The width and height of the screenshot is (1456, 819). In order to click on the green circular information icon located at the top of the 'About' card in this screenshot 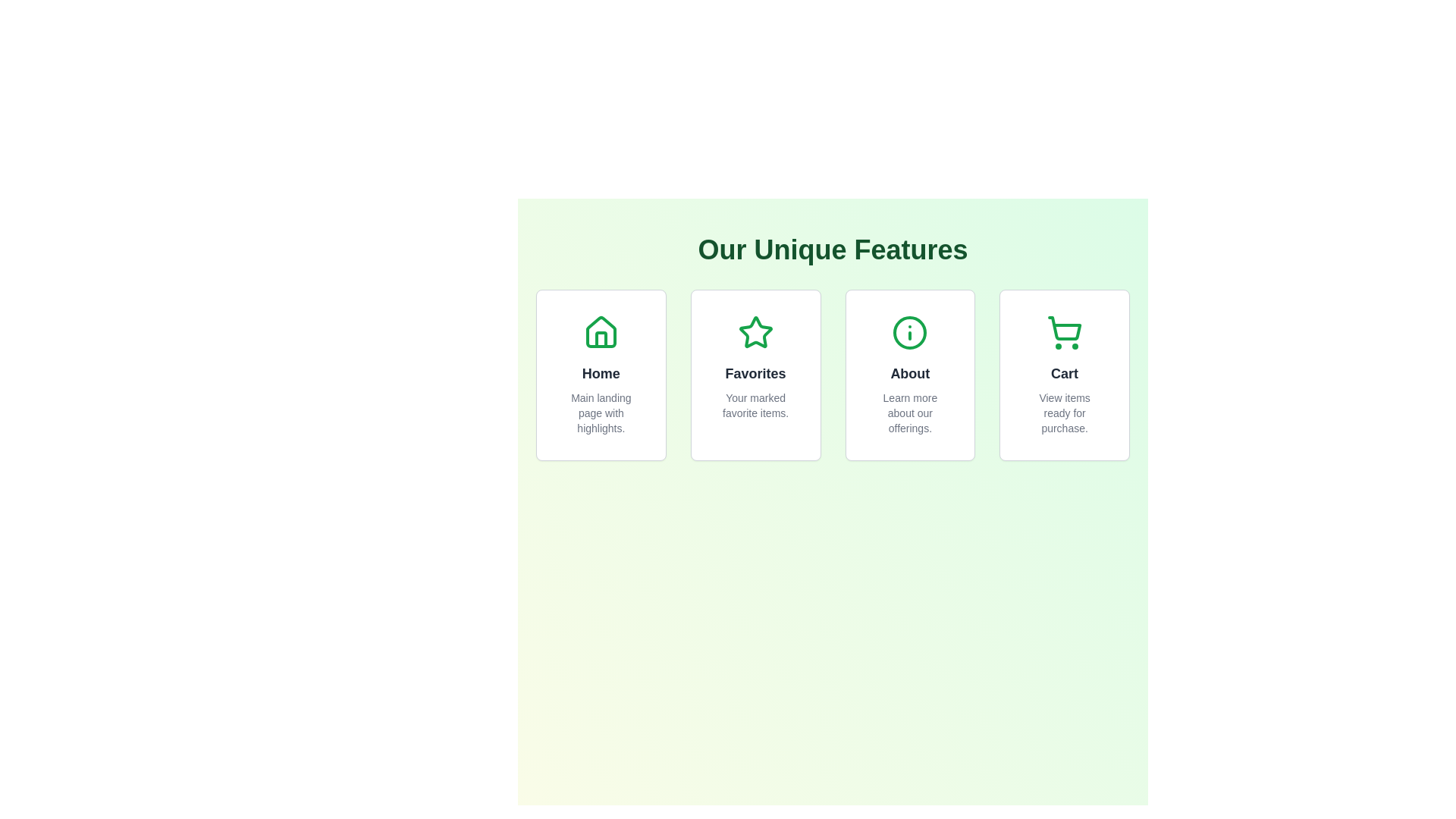, I will do `click(910, 332)`.